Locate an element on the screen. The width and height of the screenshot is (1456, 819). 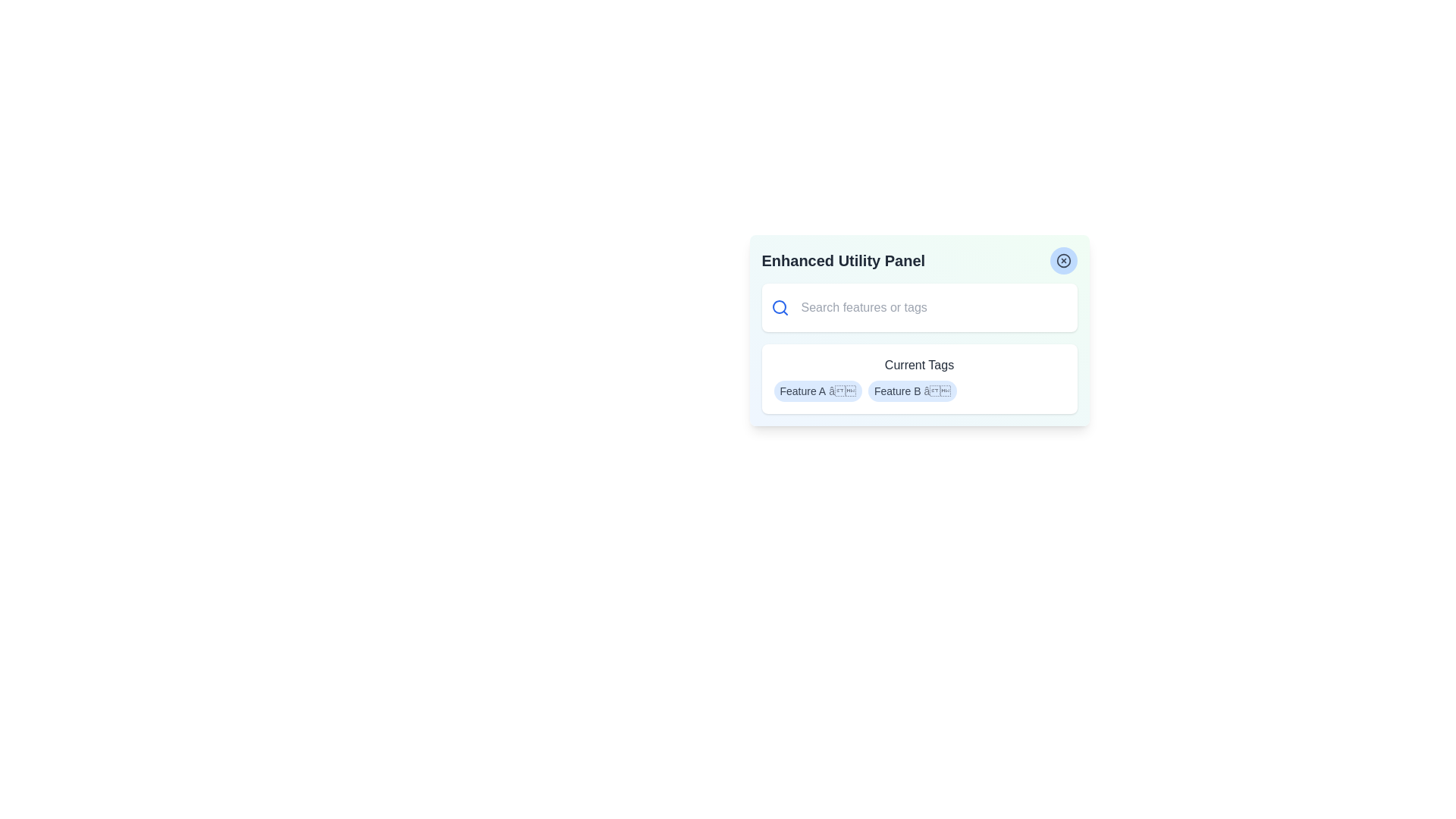
to select text in the Text Input Field located within the 'Enhanced Utility Panel' is located at coordinates (930, 307).